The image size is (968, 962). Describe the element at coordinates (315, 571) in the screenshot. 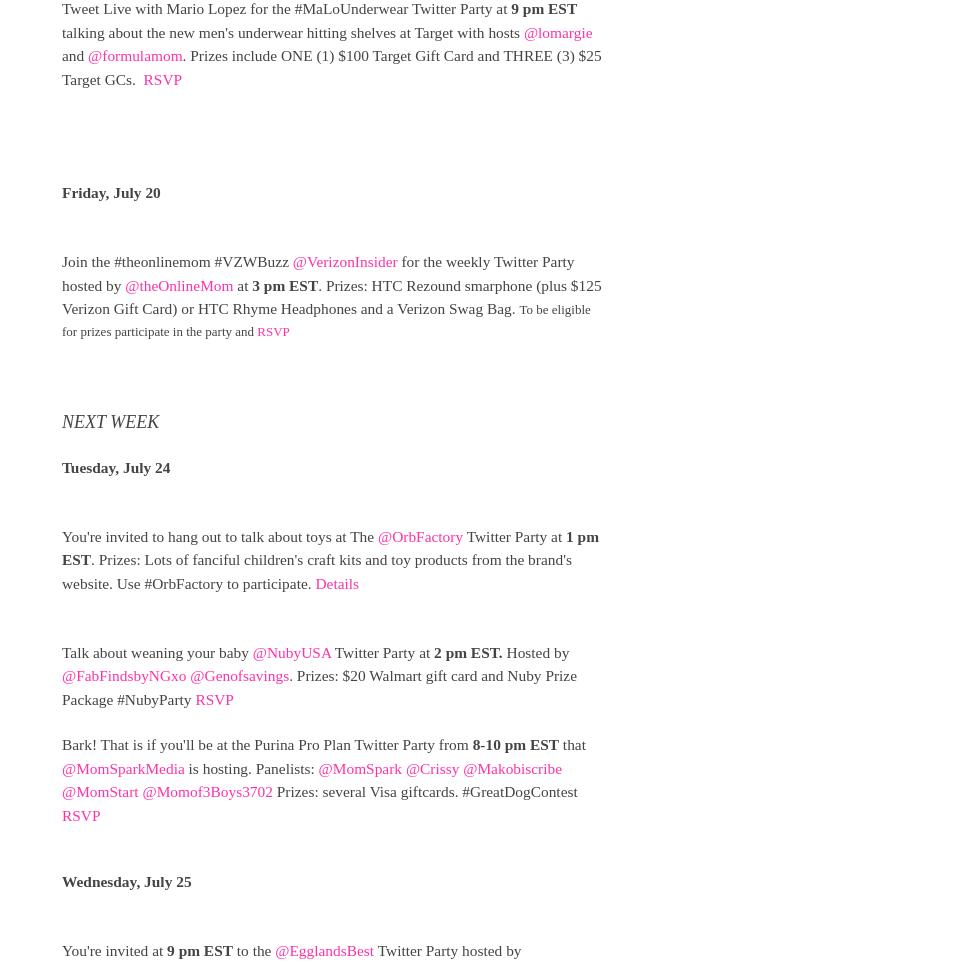

I see `'. Prizes: Lots of fanciful children's craft kits and toy products from the brand's website. Use #OrbFactory to participate.'` at that location.